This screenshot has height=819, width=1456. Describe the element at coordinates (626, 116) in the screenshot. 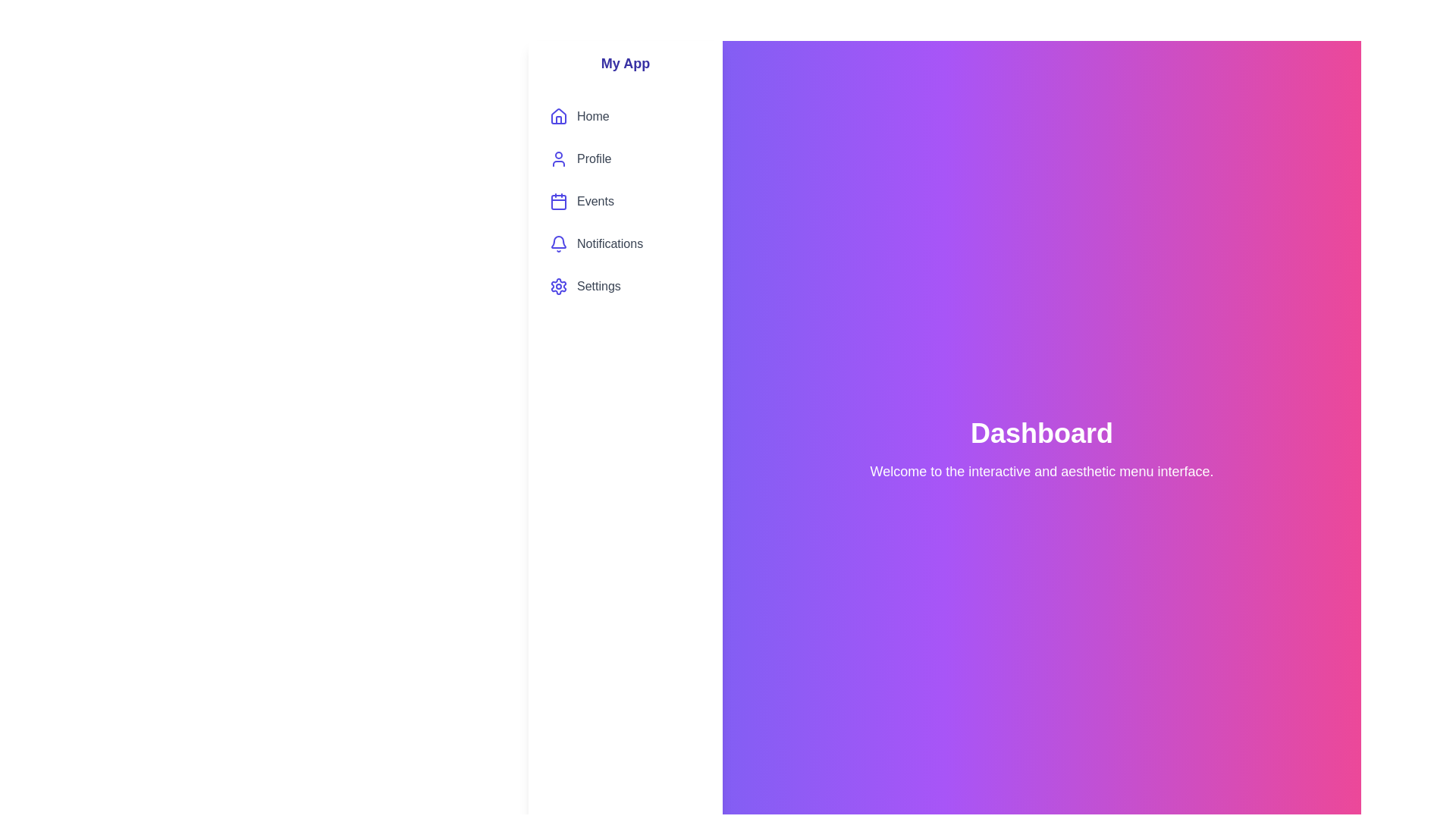

I see `the menu item labeled Home to preview its hover state` at that location.